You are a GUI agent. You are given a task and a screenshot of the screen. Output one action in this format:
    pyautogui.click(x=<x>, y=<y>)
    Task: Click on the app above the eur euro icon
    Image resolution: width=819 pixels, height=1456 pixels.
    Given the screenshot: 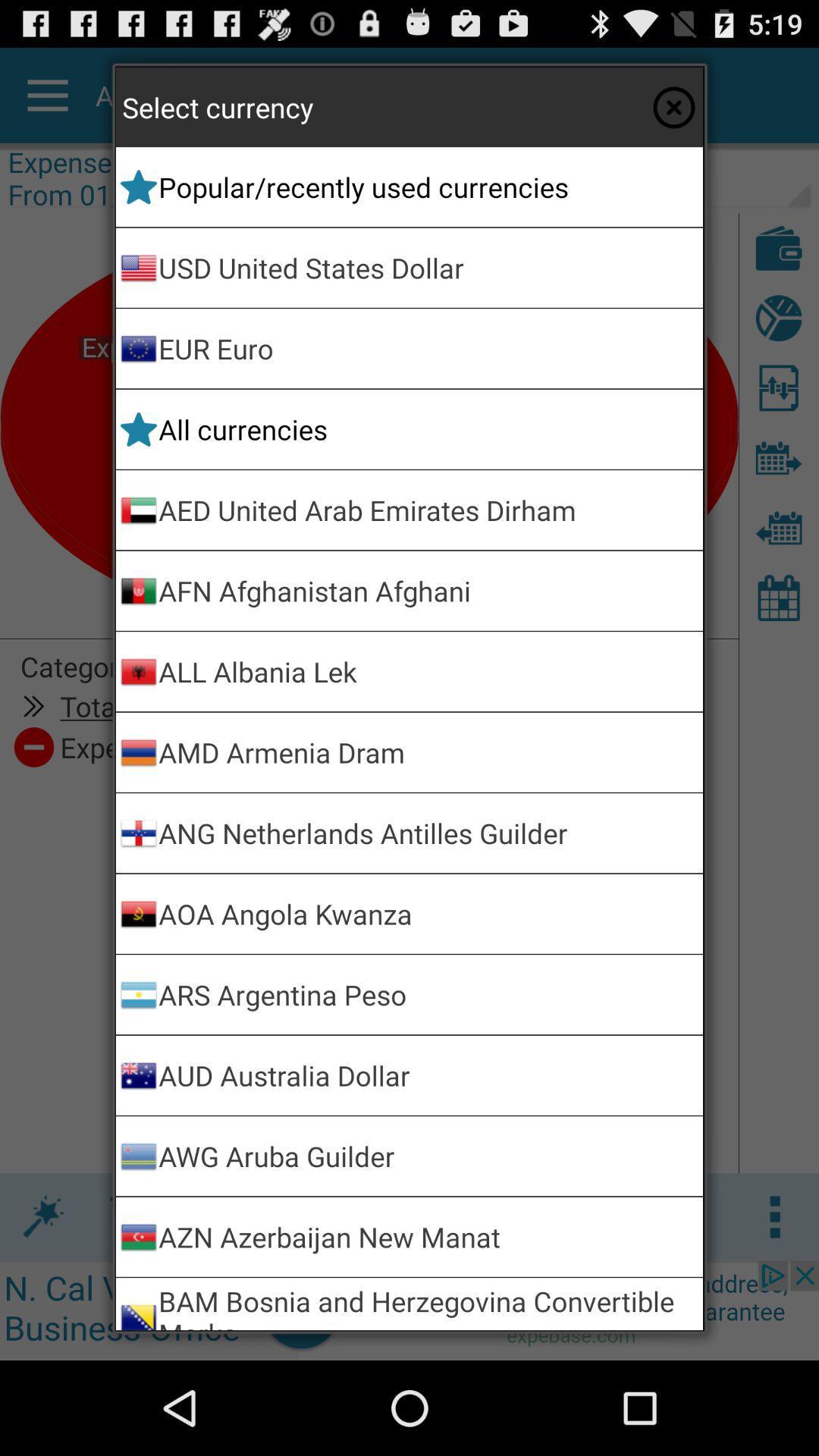 What is the action you would take?
    pyautogui.click(x=428, y=268)
    